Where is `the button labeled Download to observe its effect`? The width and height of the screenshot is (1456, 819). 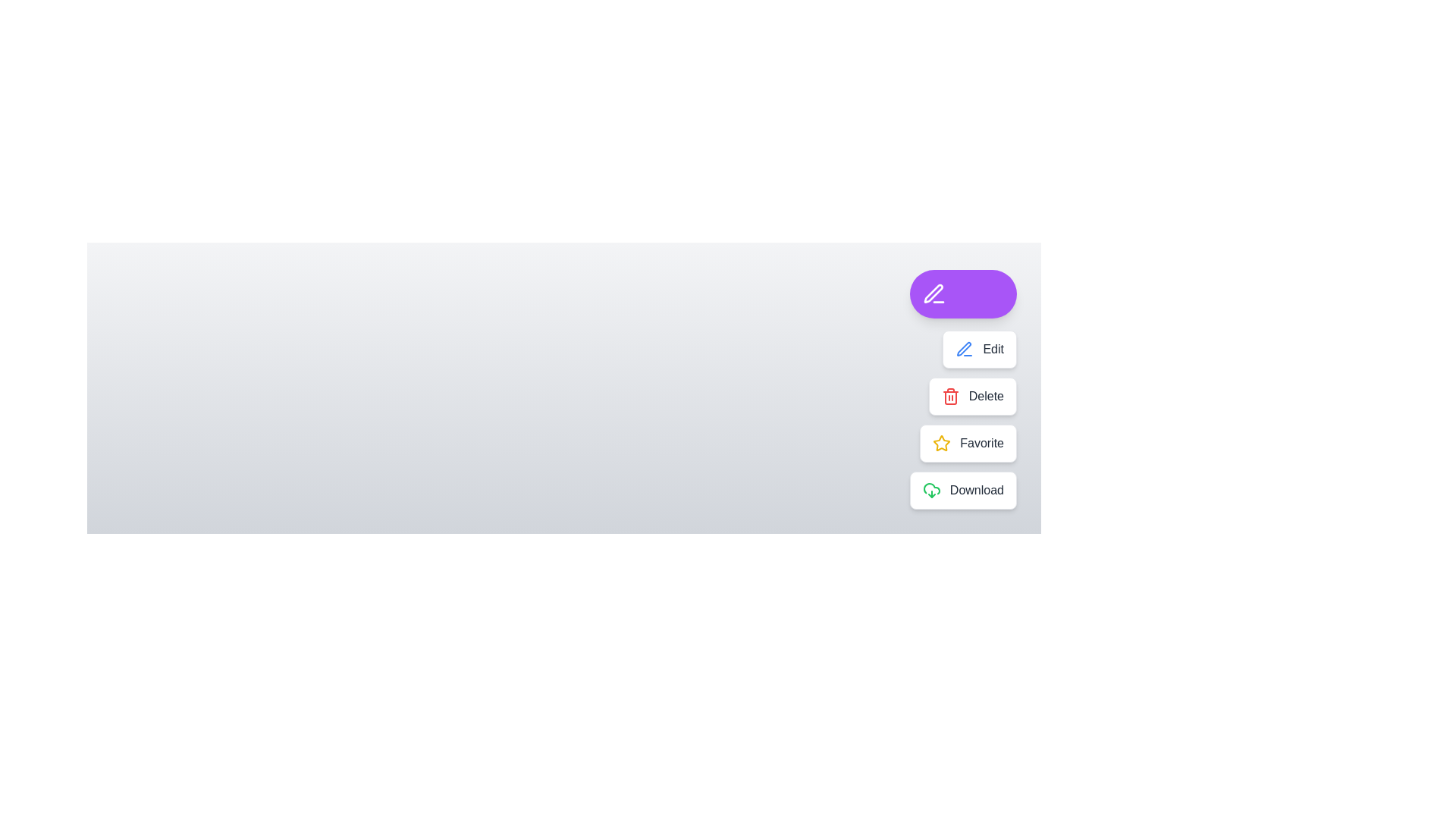 the button labeled Download to observe its effect is located at coordinates (962, 491).